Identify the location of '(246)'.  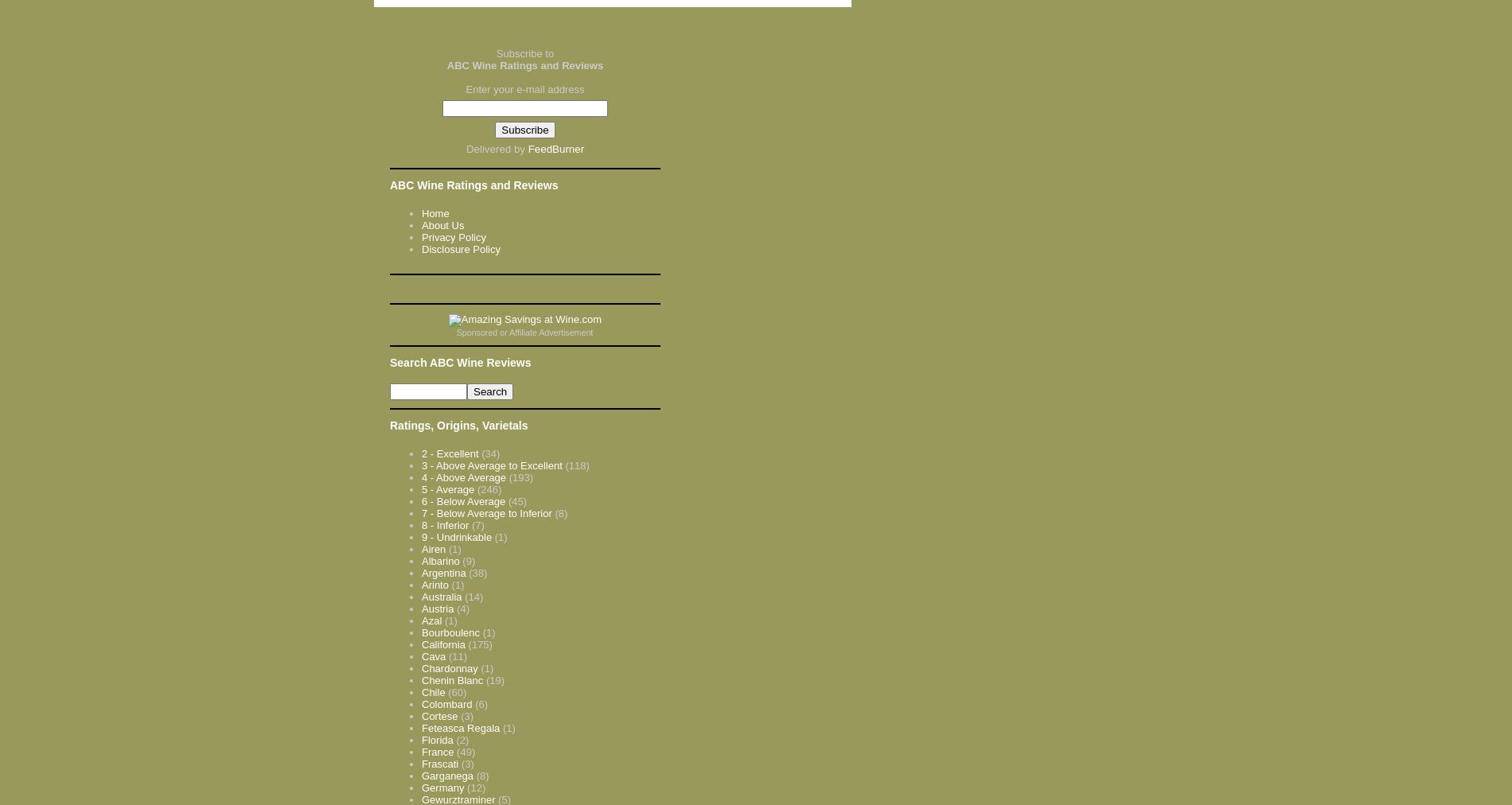
(489, 488).